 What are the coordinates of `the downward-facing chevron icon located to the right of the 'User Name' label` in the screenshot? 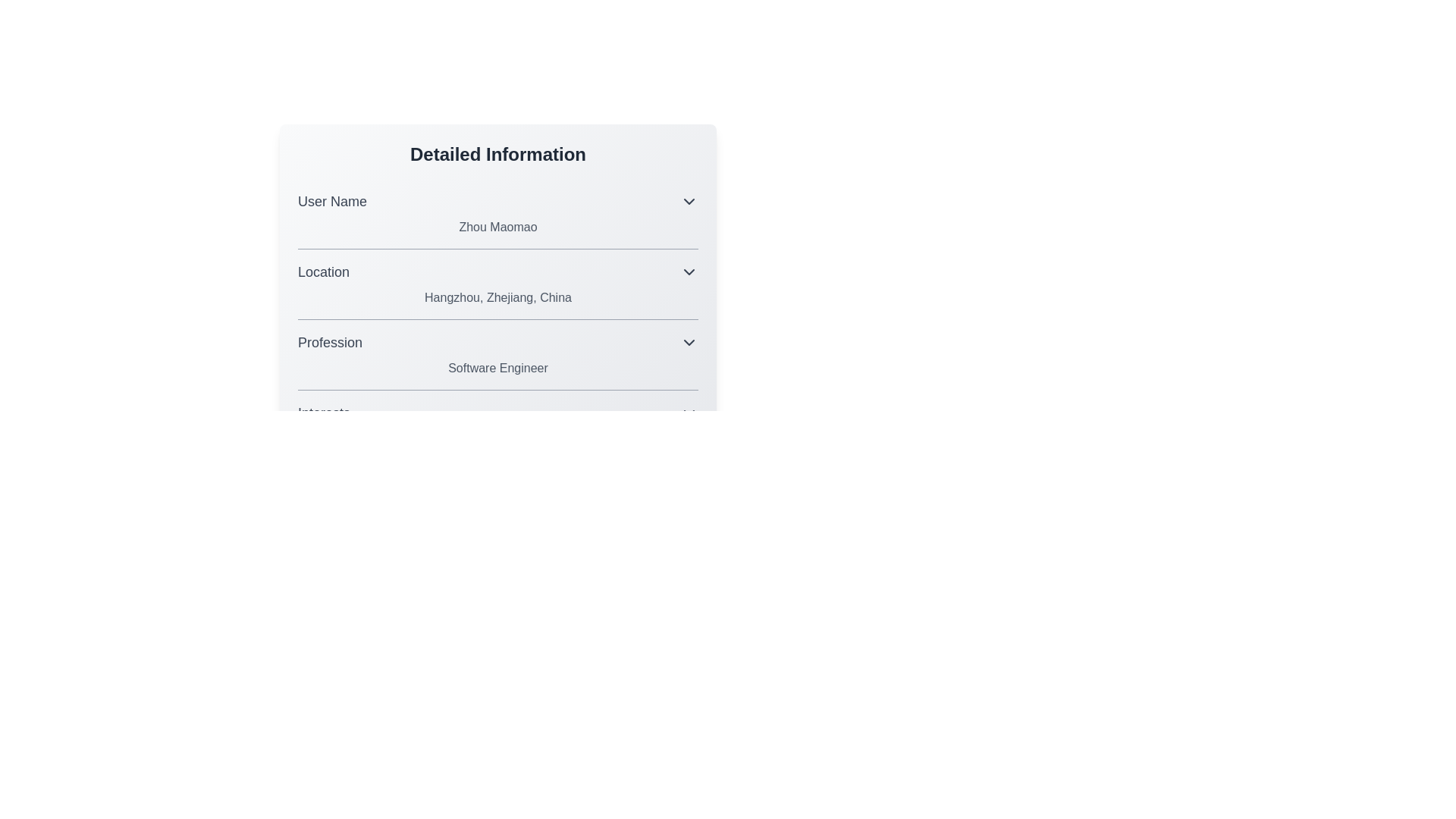 It's located at (688, 201).